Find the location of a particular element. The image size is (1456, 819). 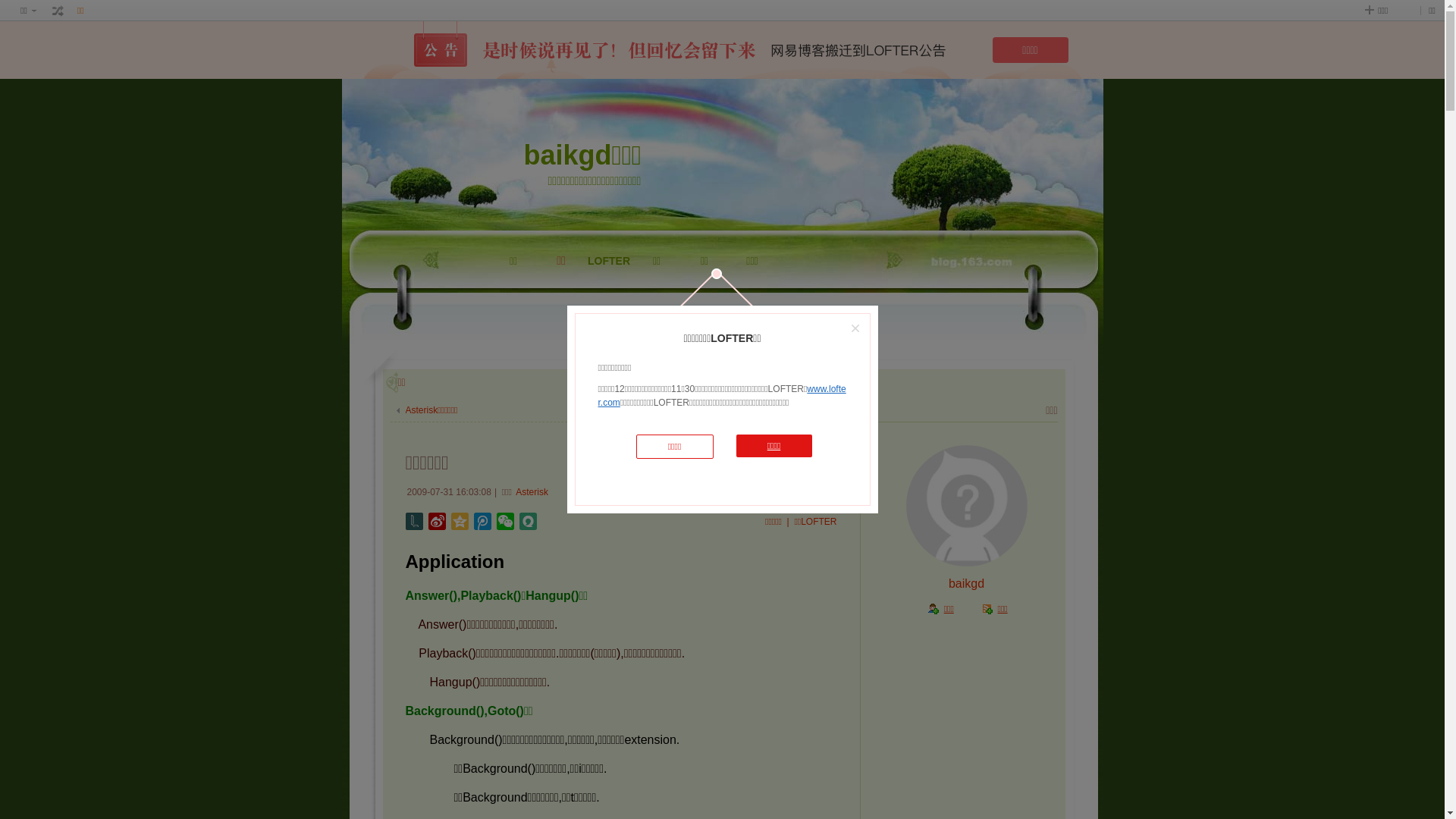

'LOFTER' is located at coordinates (609, 298).